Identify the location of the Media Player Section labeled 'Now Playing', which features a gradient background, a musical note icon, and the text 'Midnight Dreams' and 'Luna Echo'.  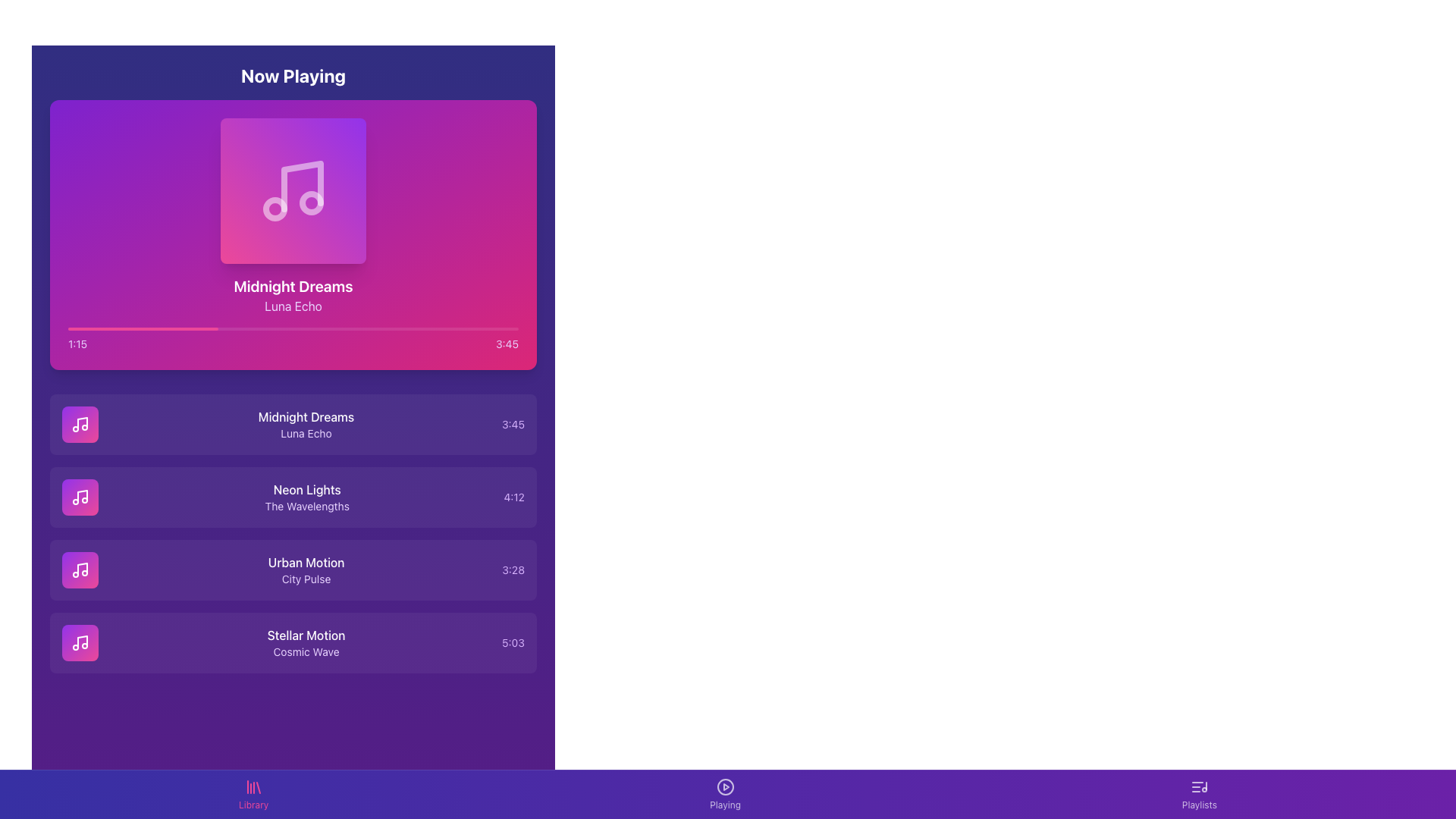
(293, 216).